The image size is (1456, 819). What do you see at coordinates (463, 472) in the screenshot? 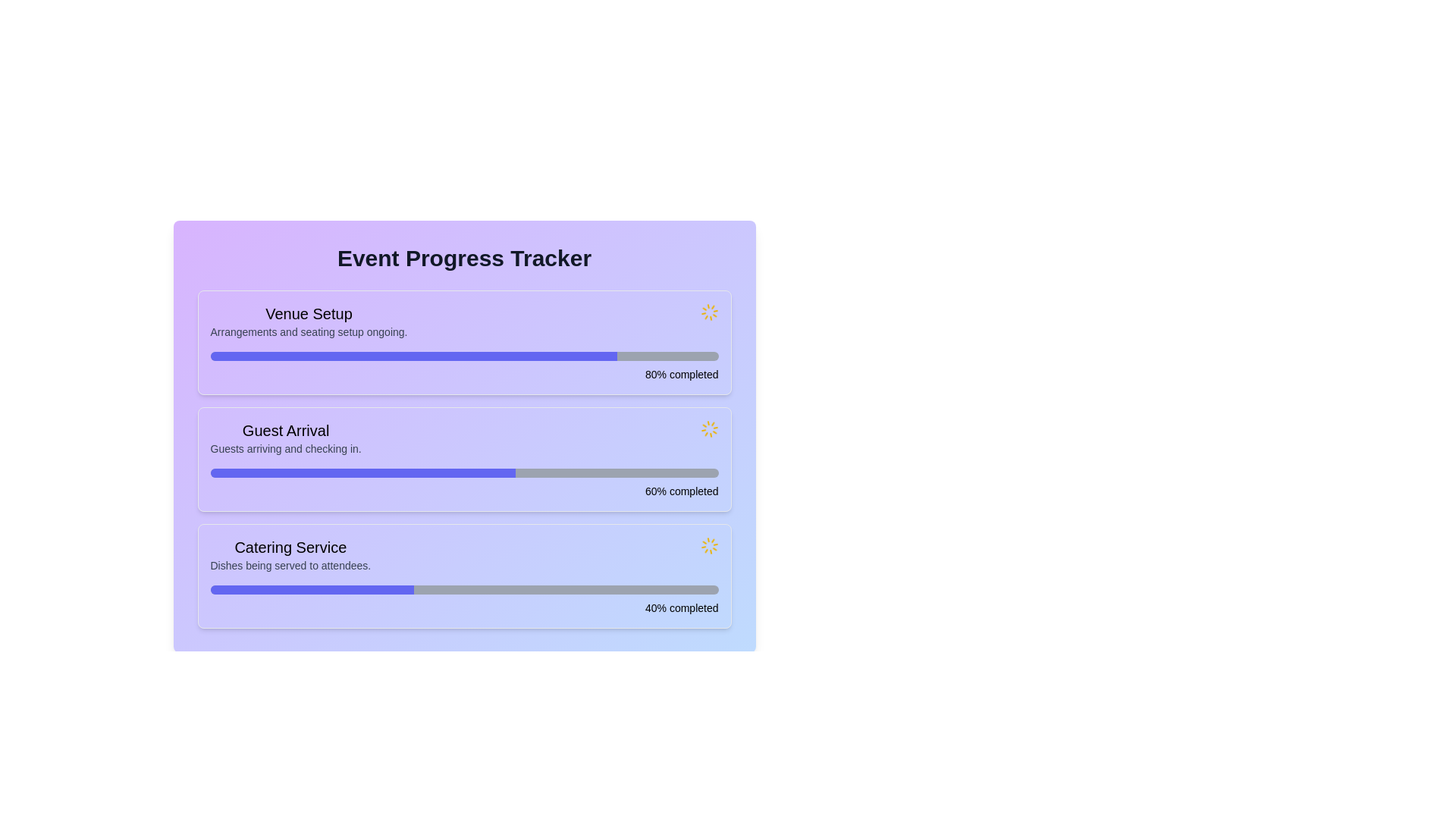
I see `the horizontal progress bar located in the 'Guest Arrival' section of the 'Event Progress Tracker', which shows 60% completion` at bounding box center [463, 472].